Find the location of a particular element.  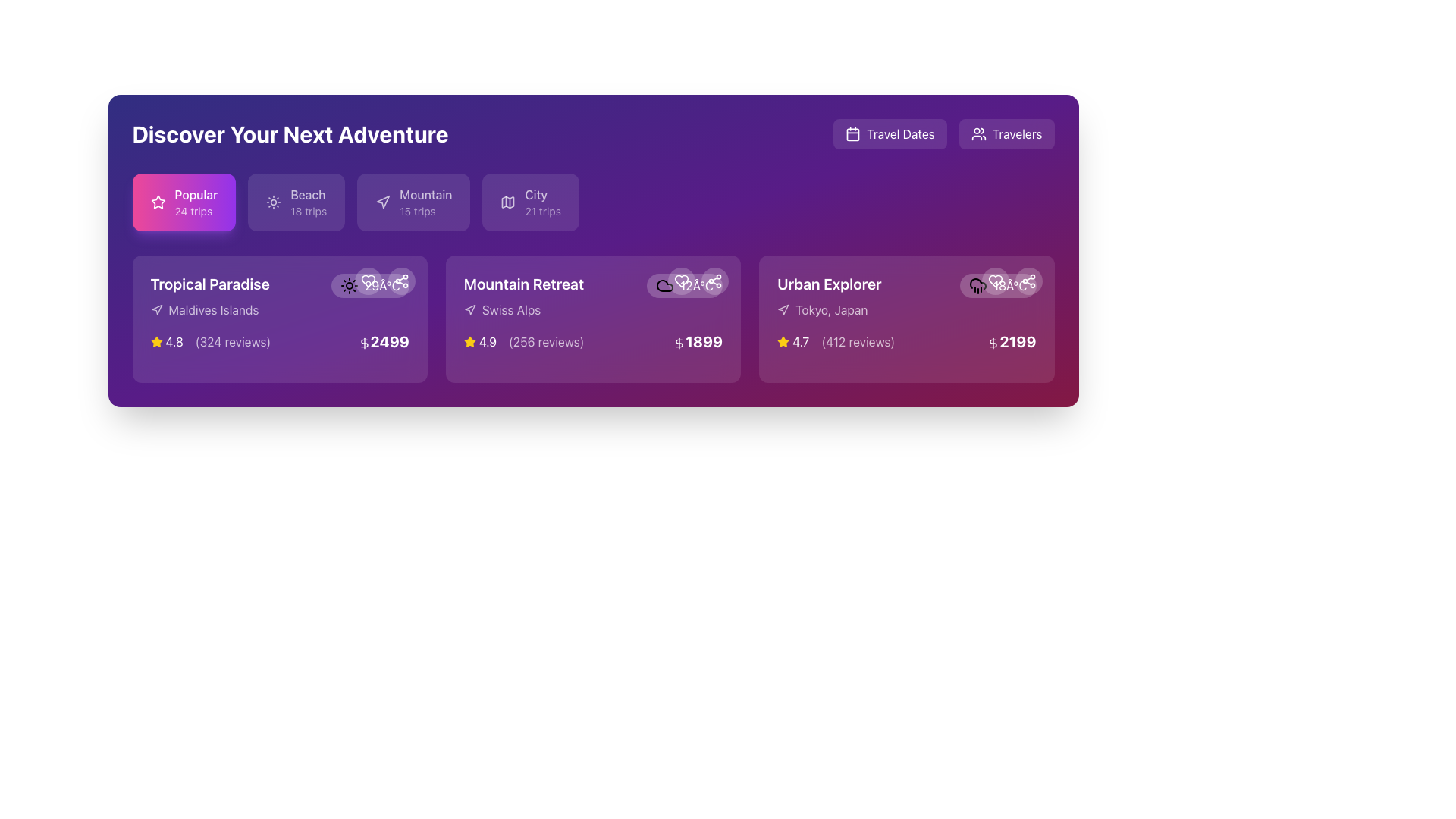

the text label within the button component located at the top-right area of the interface is located at coordinates (900, 133).